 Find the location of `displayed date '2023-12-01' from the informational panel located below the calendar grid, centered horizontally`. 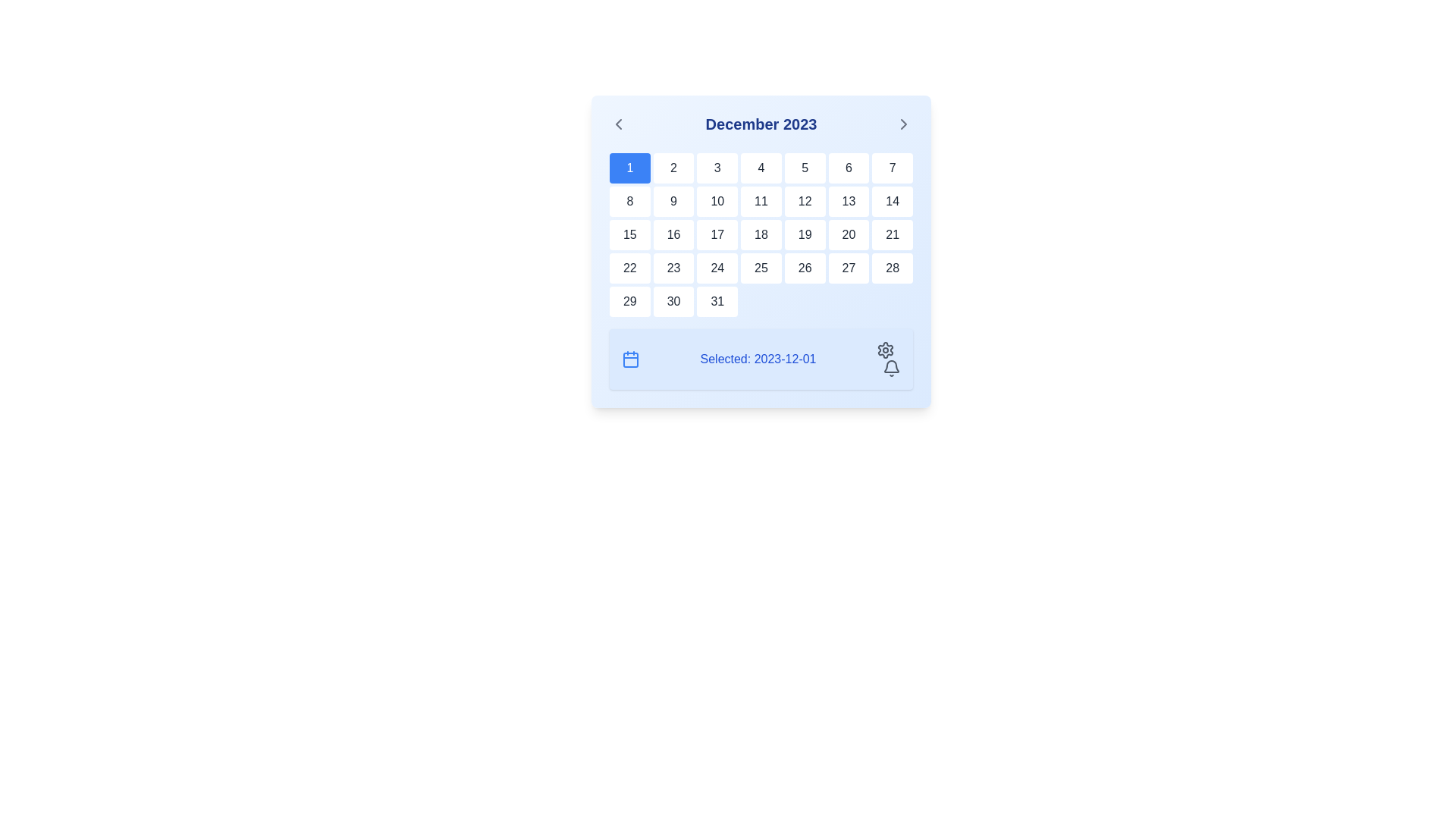

displayed date '2023-12-01' from the informational panel located below the calendar grid, centered horizontally is located at coordinates (761, 359).